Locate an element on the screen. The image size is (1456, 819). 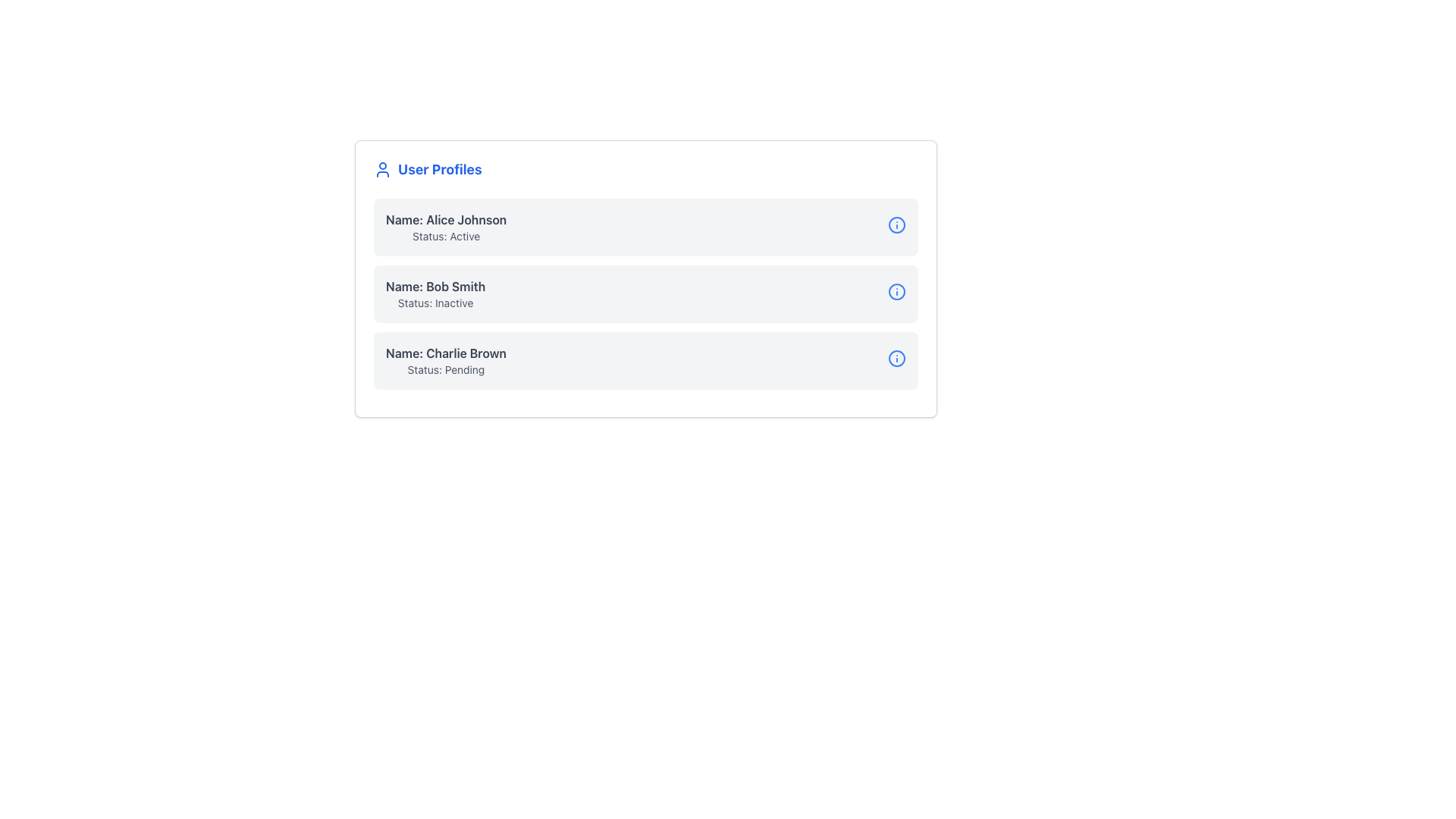
the Text Display element that shows user information, specifically the user's name and current status, located in the third slot of a vertical list of user profile cards, positioned between 'Name: Bob Smith' and 'Status: Pending' is located at coordinates (445, 360).